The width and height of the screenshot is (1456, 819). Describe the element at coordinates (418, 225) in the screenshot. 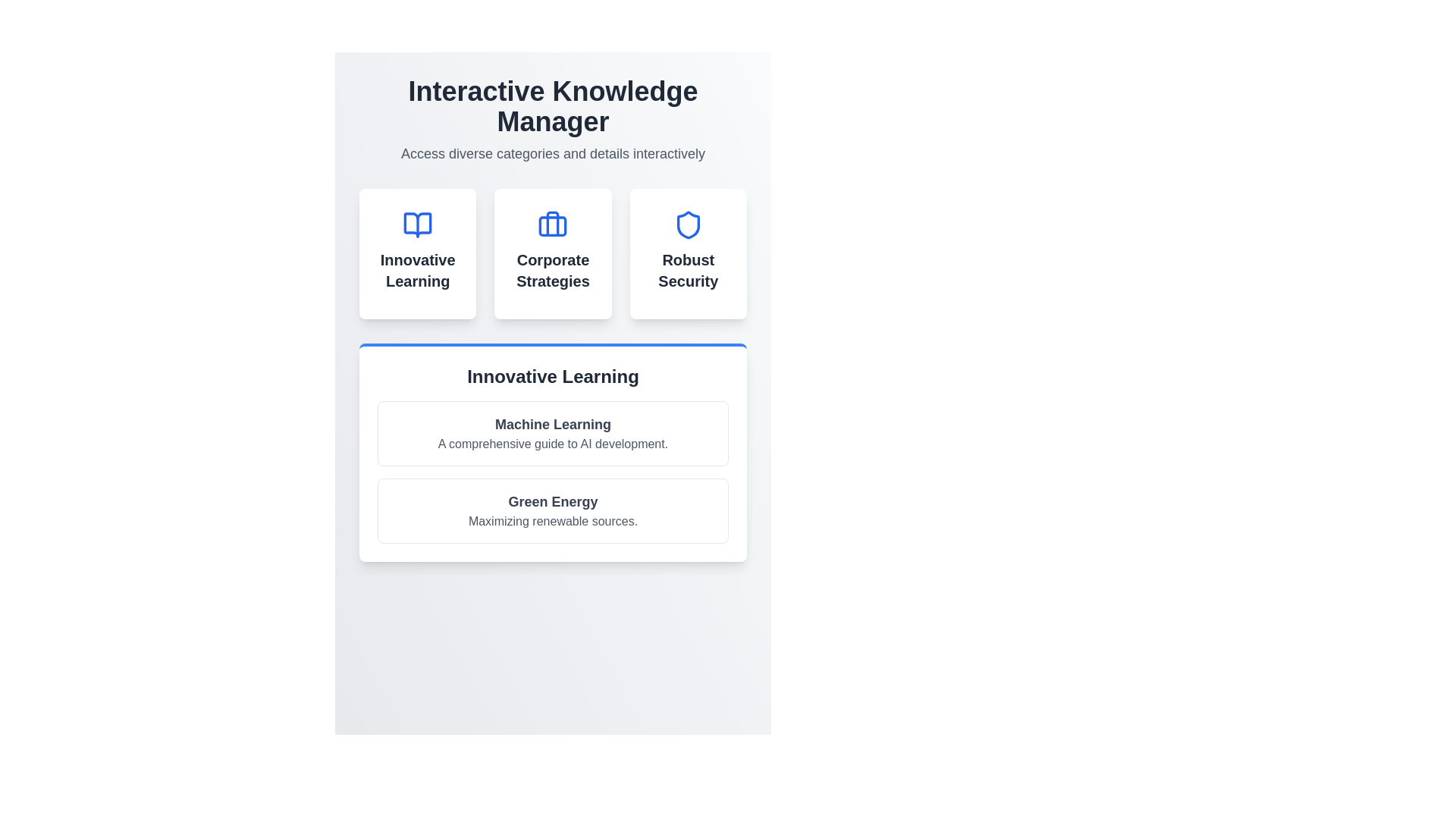

I see `the 'Innovative Learning' icon, which is the first item in the top-left section of a grid with rounded corners and a shadow effect` at that location.